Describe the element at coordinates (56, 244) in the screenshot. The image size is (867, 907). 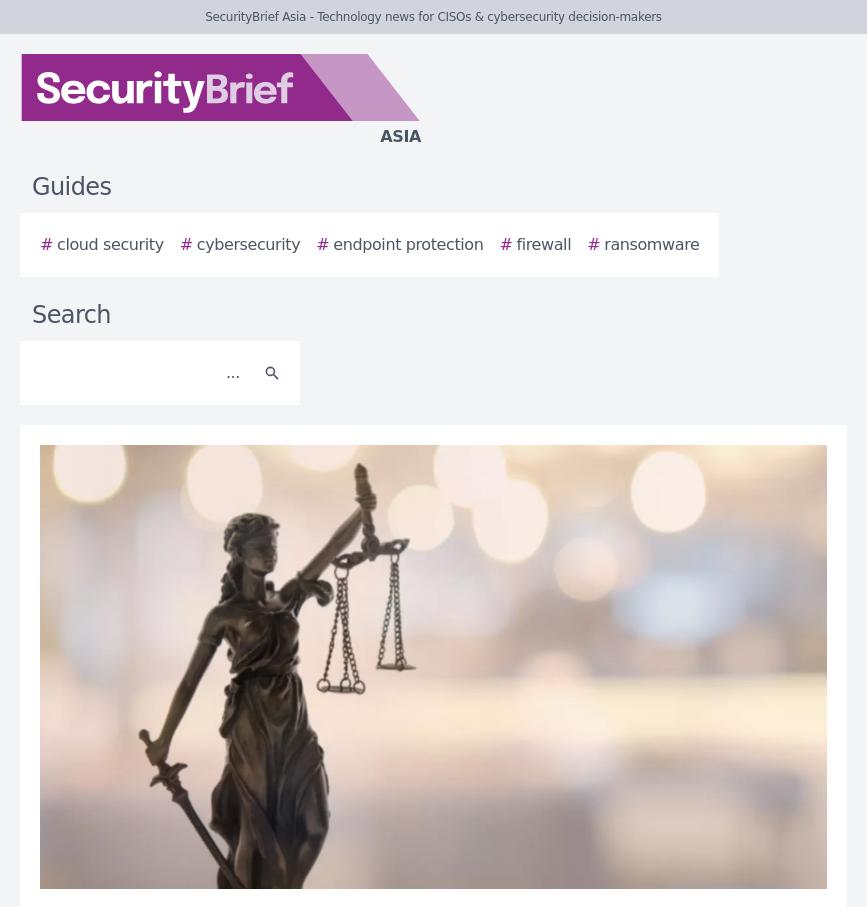
I see `'cloud security'` at that location.